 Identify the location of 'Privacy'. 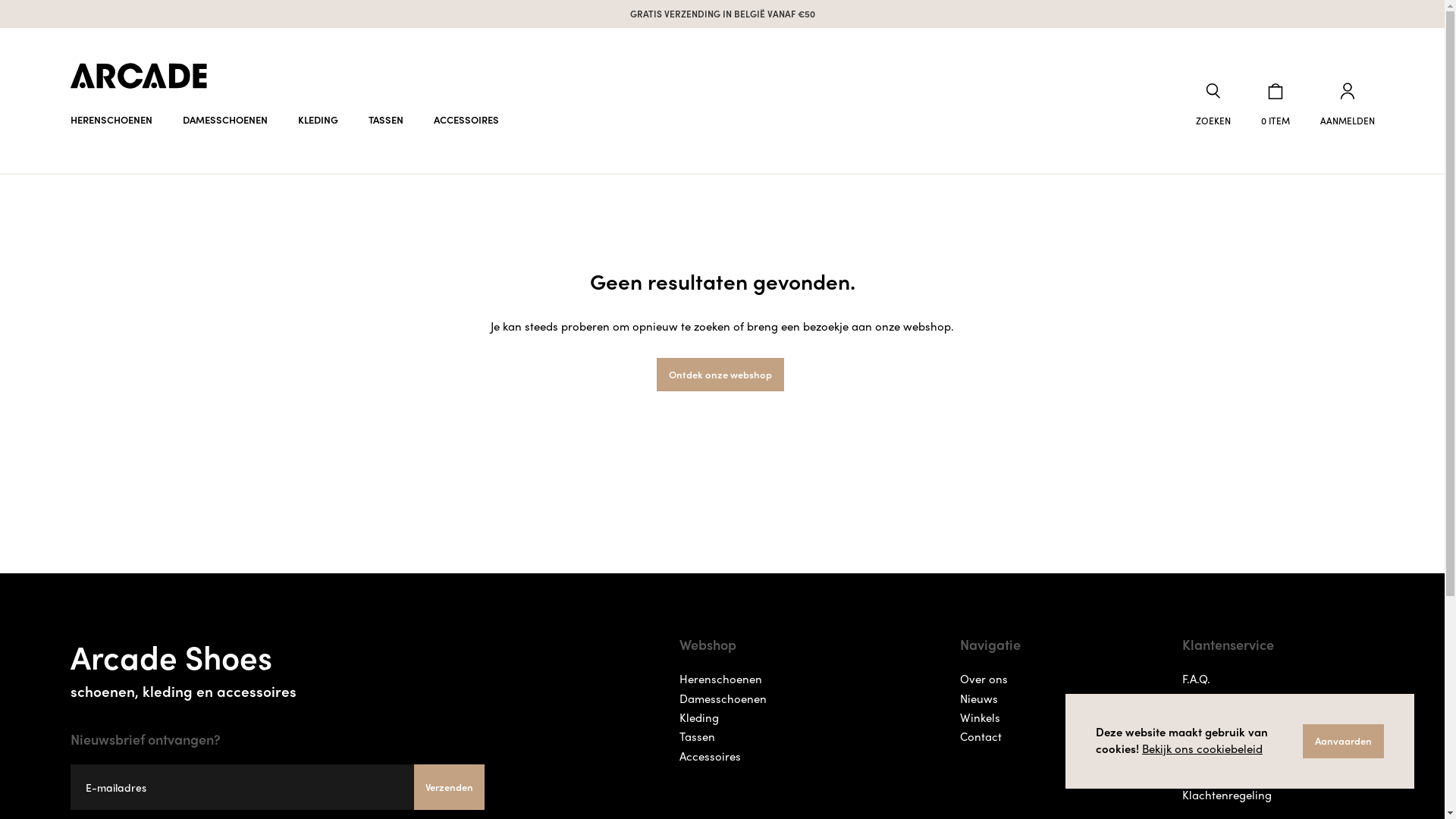
(1200, 698).